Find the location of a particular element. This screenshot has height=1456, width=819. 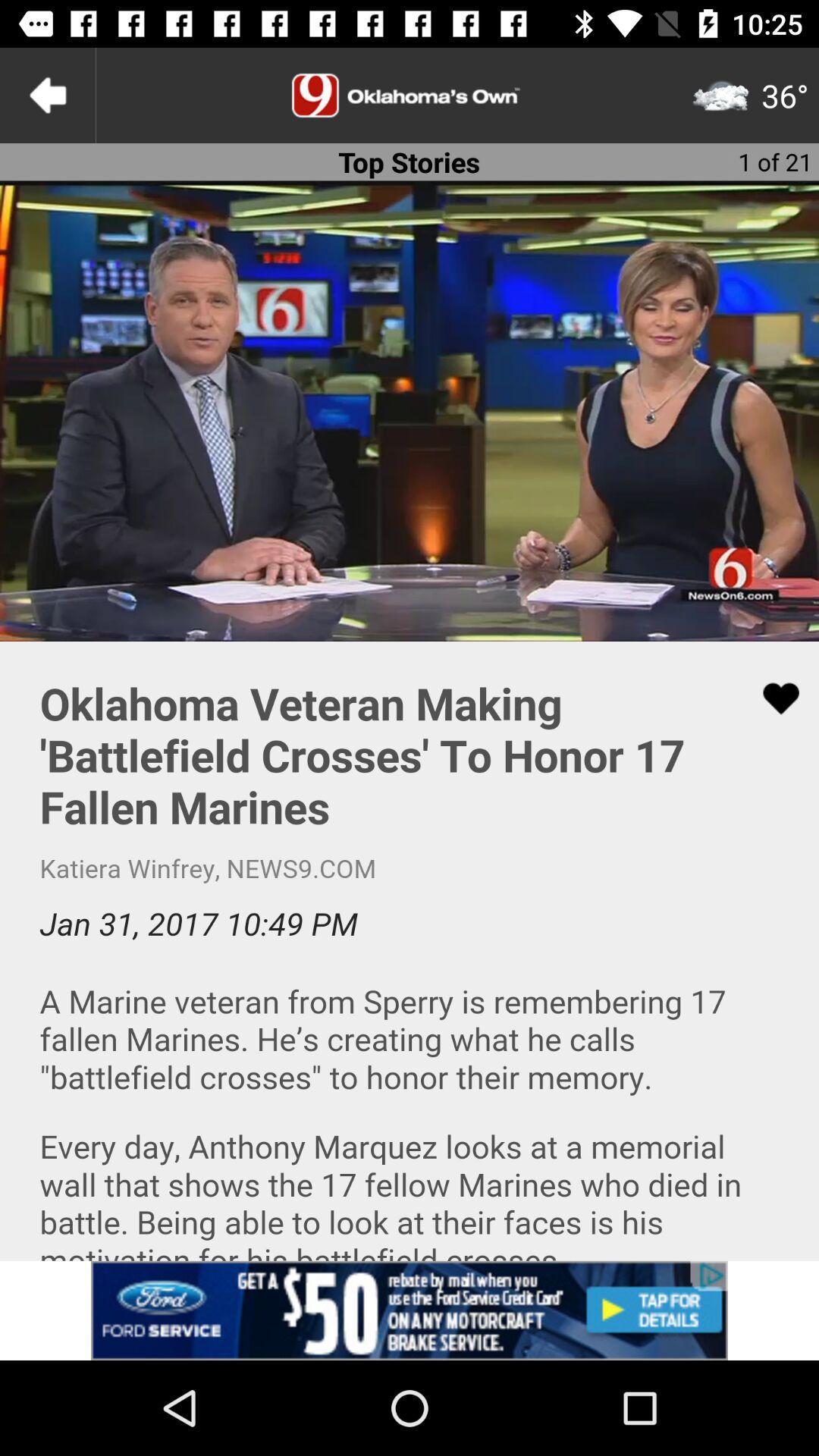

oklahoma s own is located at coordinates (409, 94).